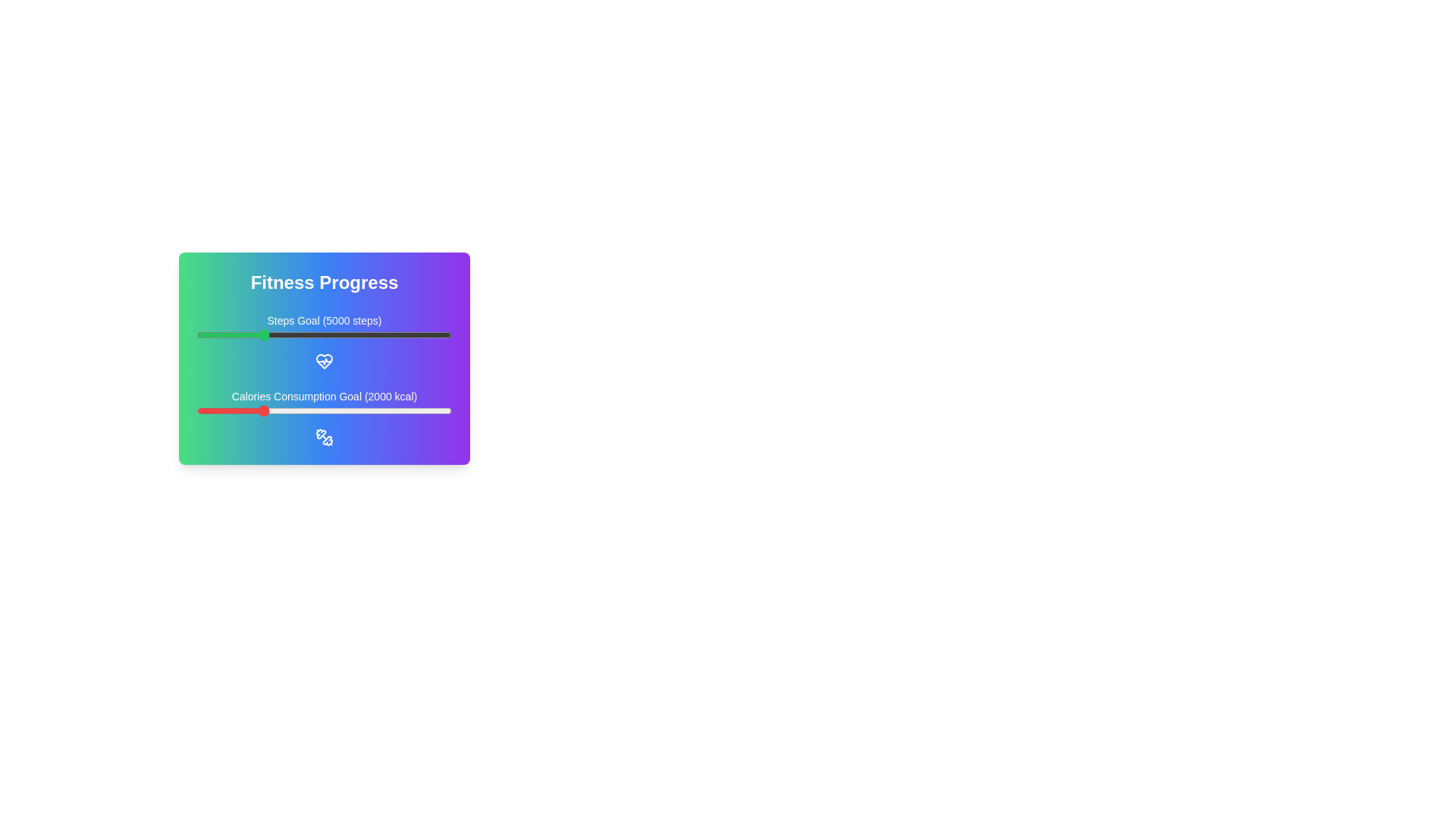 The height and width of the screenshot is (819, 1456). I want to click on the decorative dumbbell icon, which is styled in white and located below the 'Calories Consumption Goal (2000 kcal)' slider, so click(323, 438).